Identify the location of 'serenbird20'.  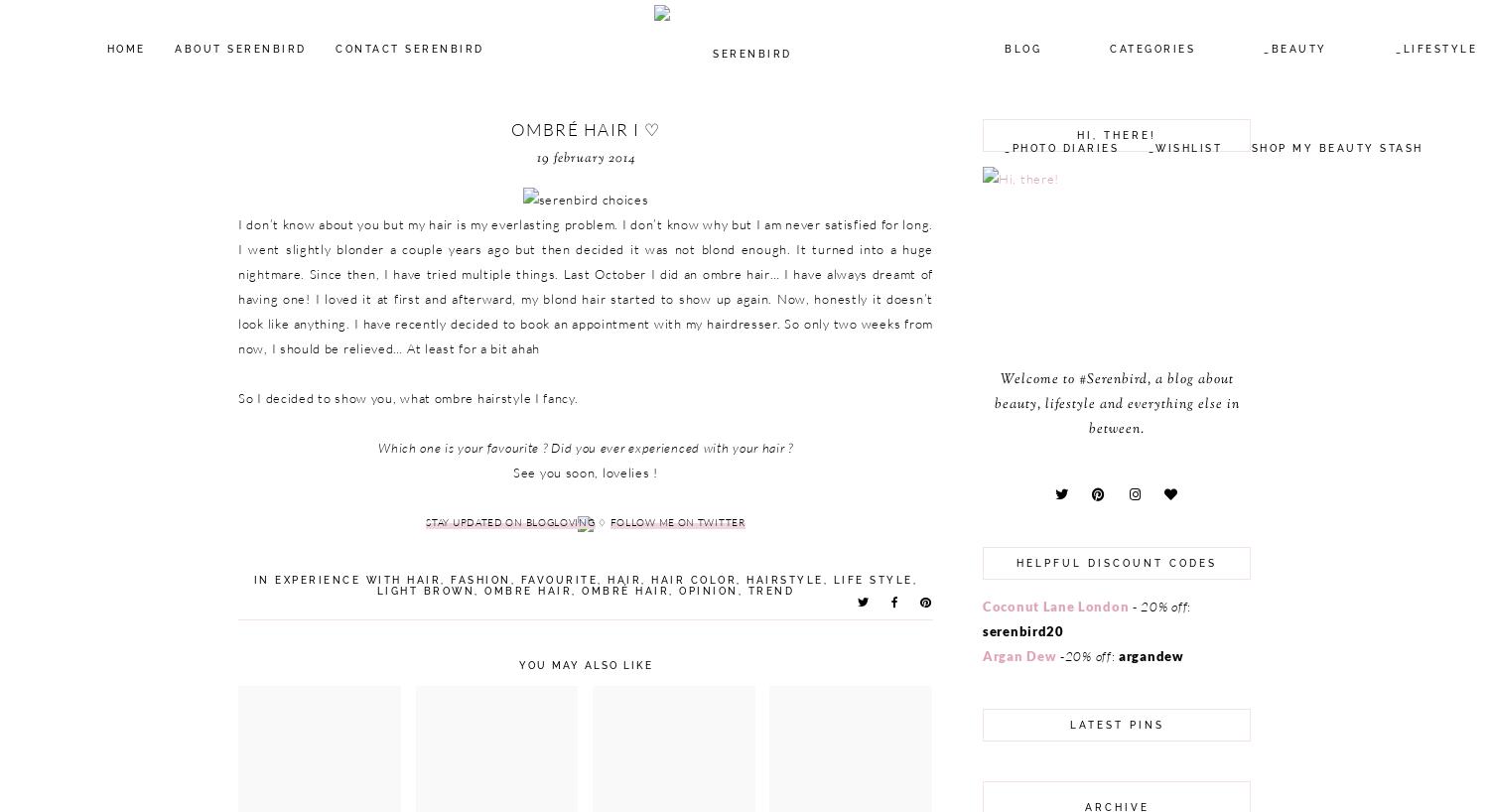
(1022, 630).